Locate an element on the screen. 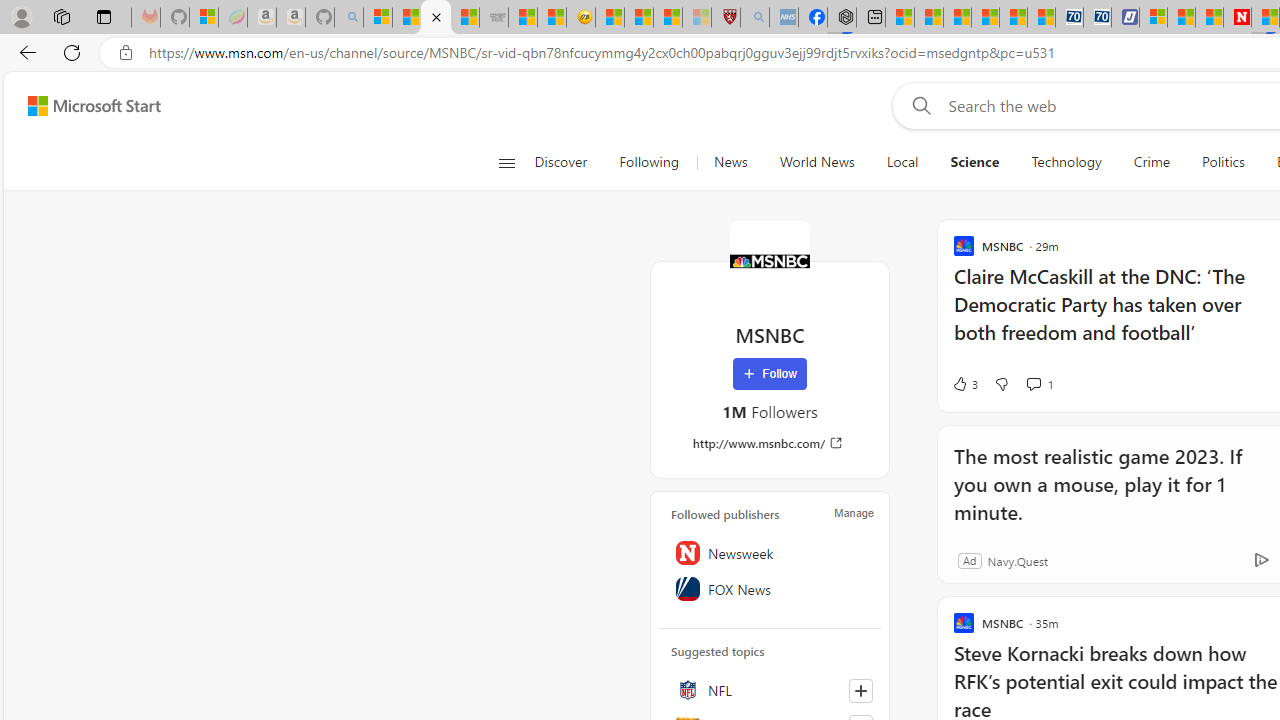  'Cheap Hotels - Save70.com' is located at coordinates (1096, 17).